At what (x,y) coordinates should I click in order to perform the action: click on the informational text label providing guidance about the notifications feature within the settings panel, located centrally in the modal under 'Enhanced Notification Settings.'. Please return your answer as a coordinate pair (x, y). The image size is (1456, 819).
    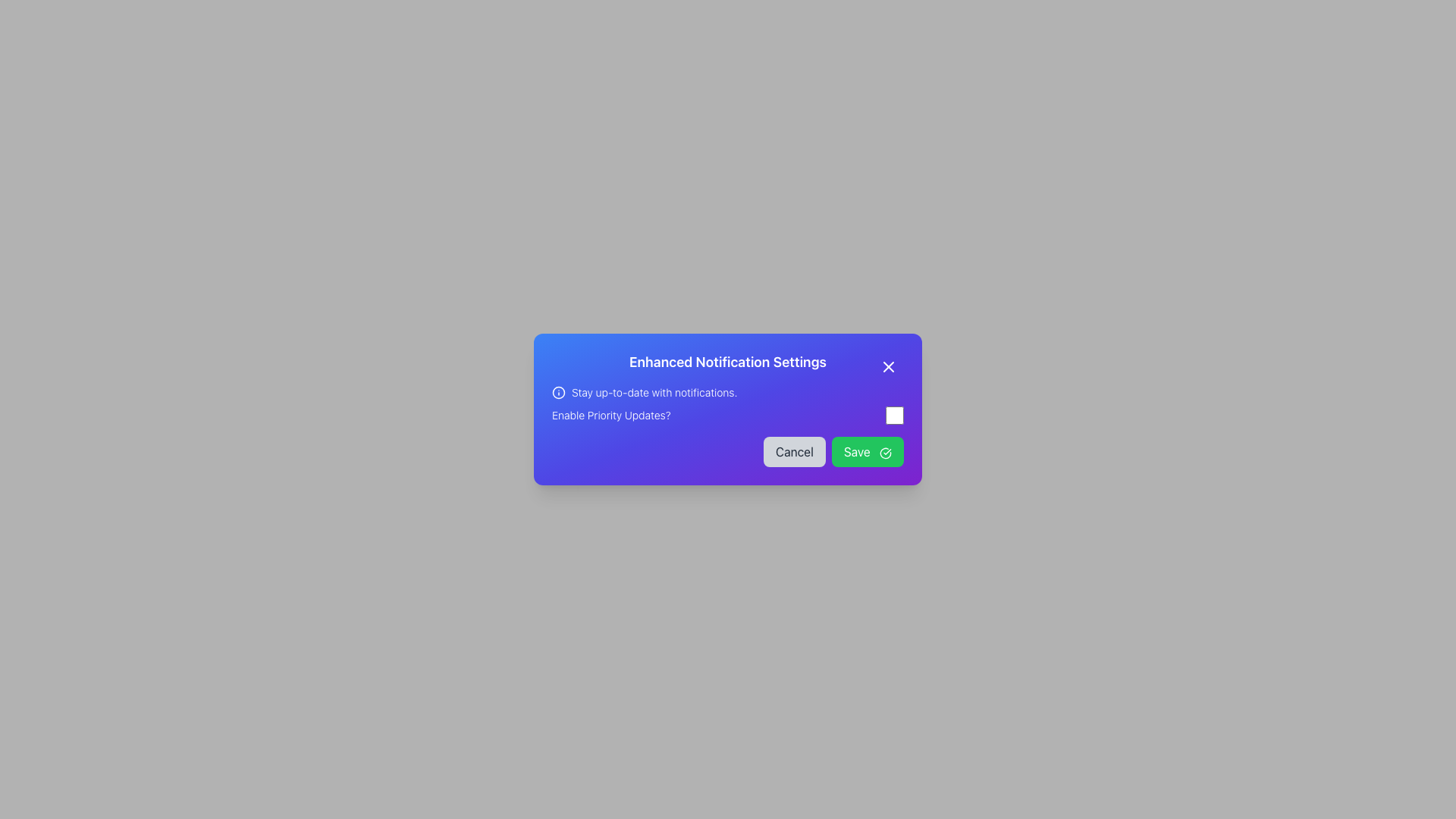
    Looking at the image, I should click on (654, 391).